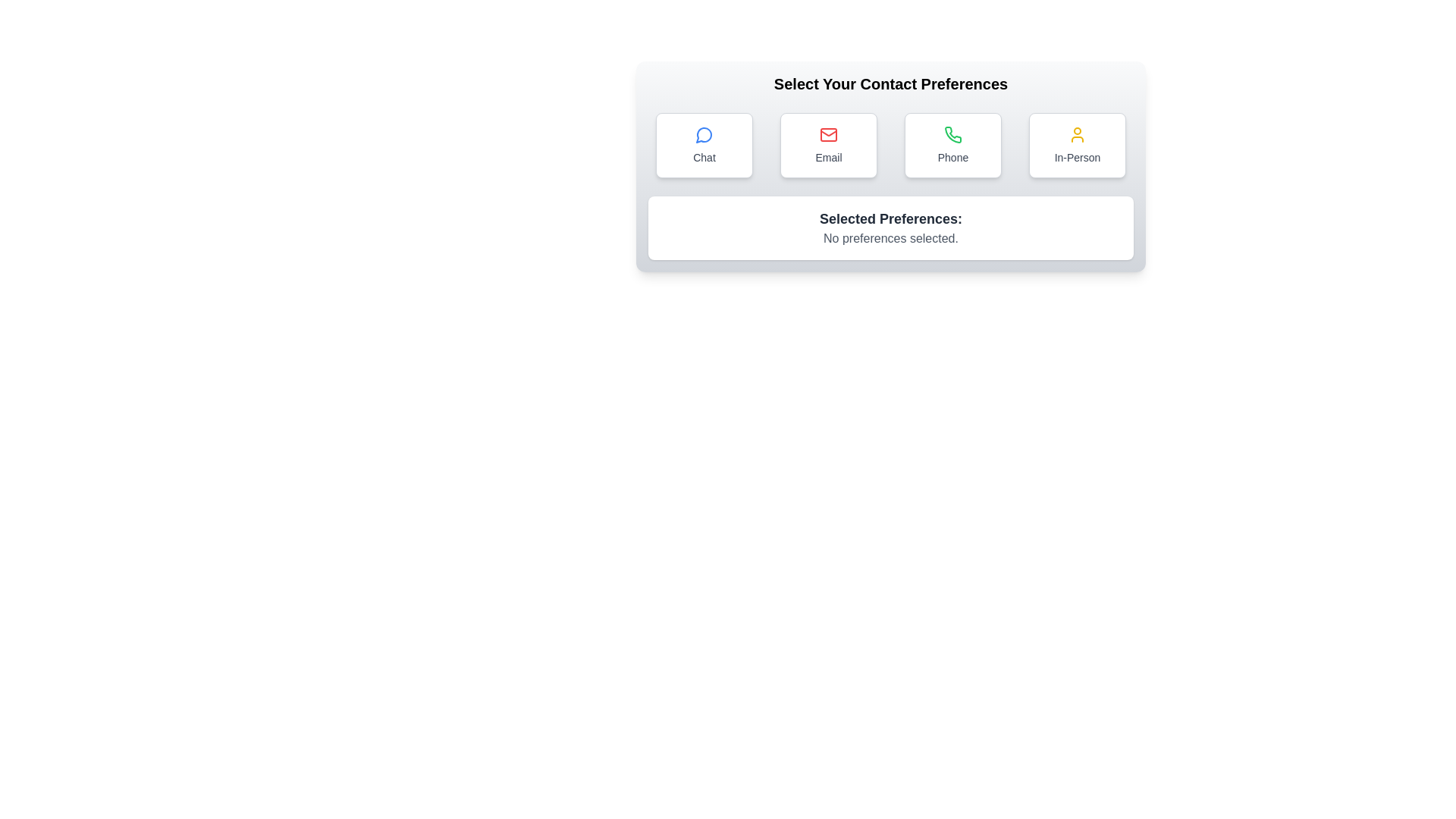 The height and width of the screenshot is (819, 1456). What do you see at coordinates (1076, 146) in the screenshot?
I see `the In-Person button to select the corresponding contact preference` at bounding box center [1076, 146].